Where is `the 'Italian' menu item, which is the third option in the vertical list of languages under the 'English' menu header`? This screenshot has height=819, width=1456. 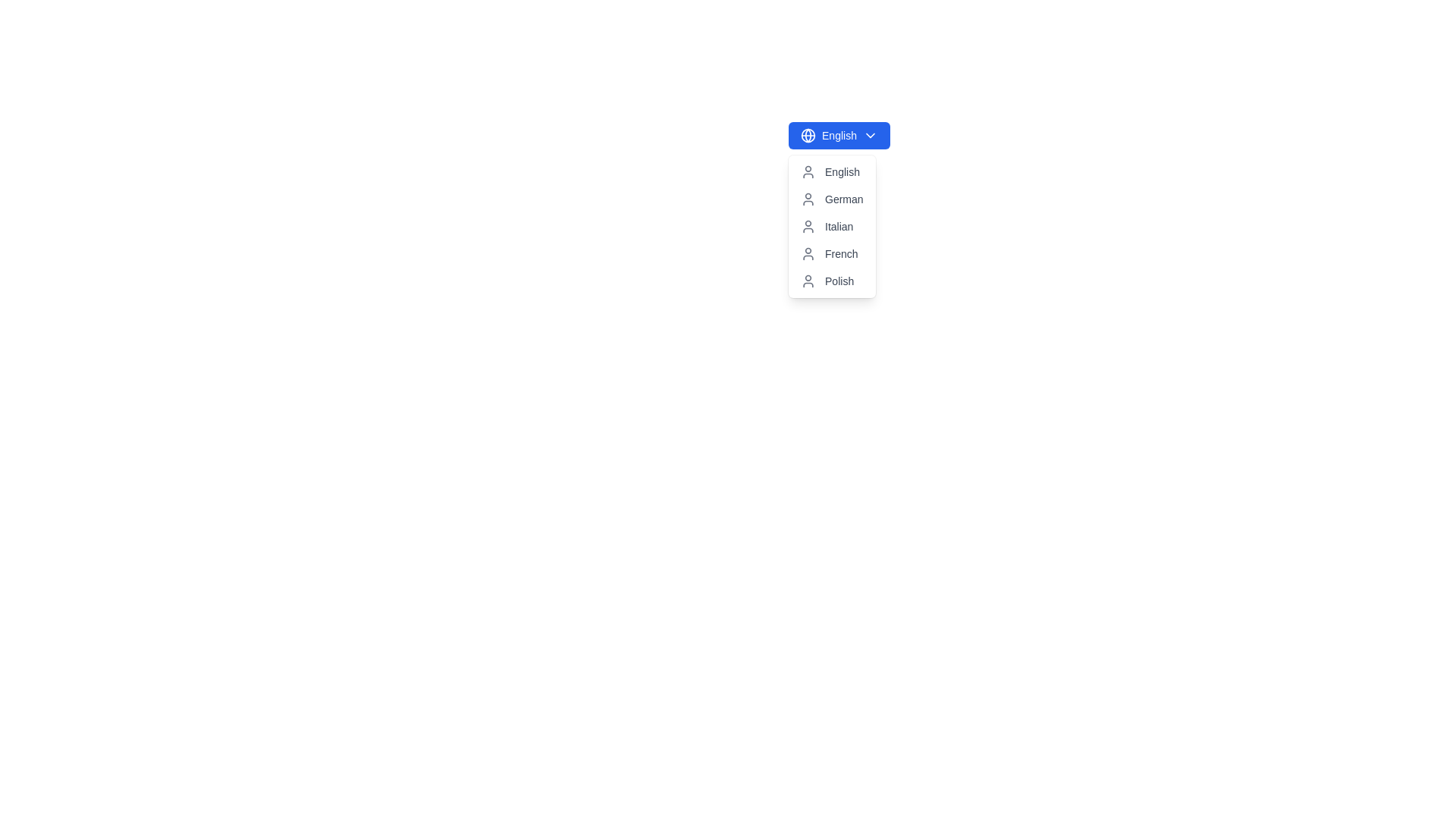
the 'Italian' menu item, which is the third option in the vertical list of languages under the 'English' menu header is located at coordinates (831, 227).